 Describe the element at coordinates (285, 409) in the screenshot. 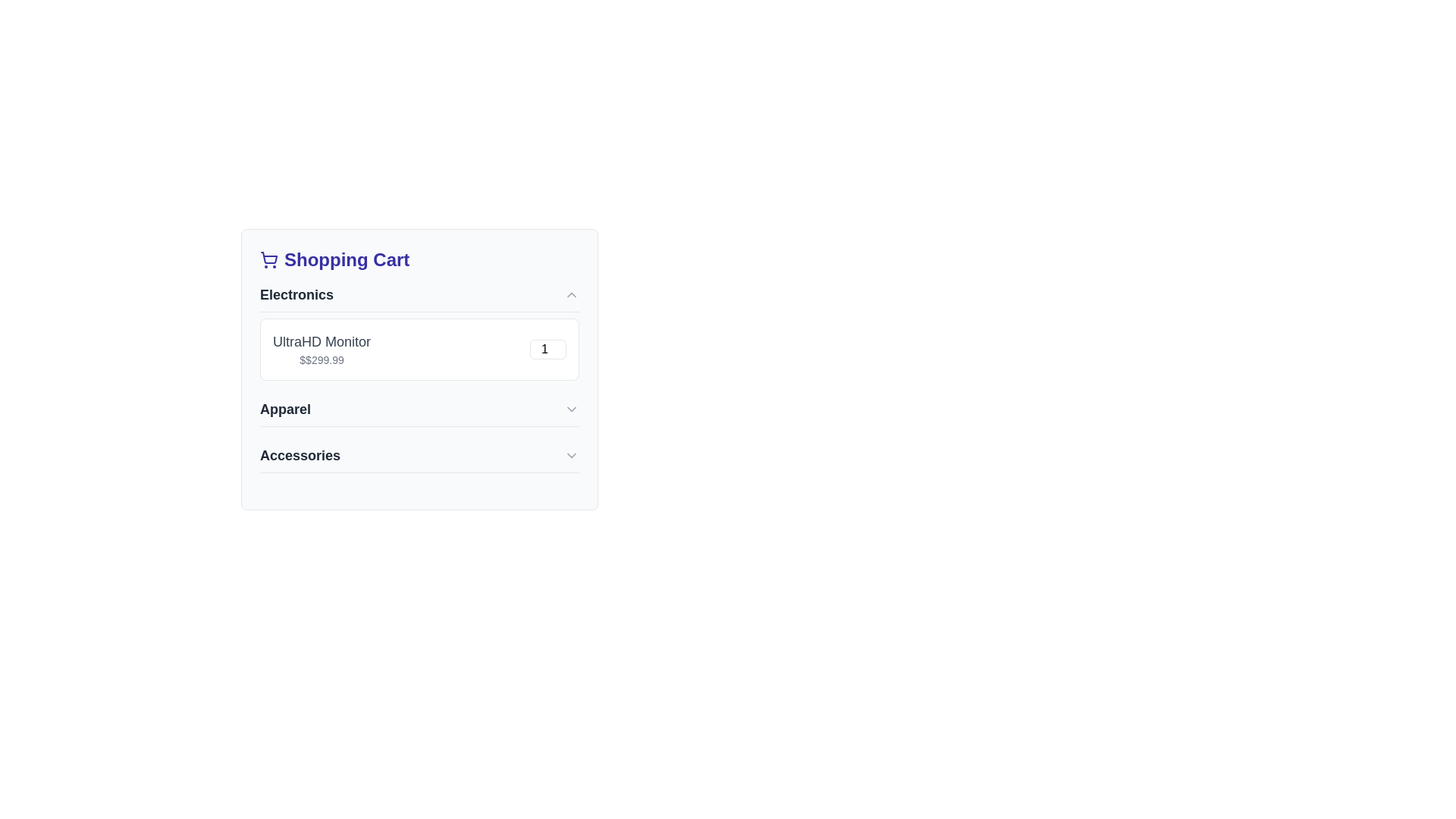

I see `text of the section header labeled 'Apparel' in the shopping cart interface, positioned between 'Electronics' and 'Accessories'` at that location.